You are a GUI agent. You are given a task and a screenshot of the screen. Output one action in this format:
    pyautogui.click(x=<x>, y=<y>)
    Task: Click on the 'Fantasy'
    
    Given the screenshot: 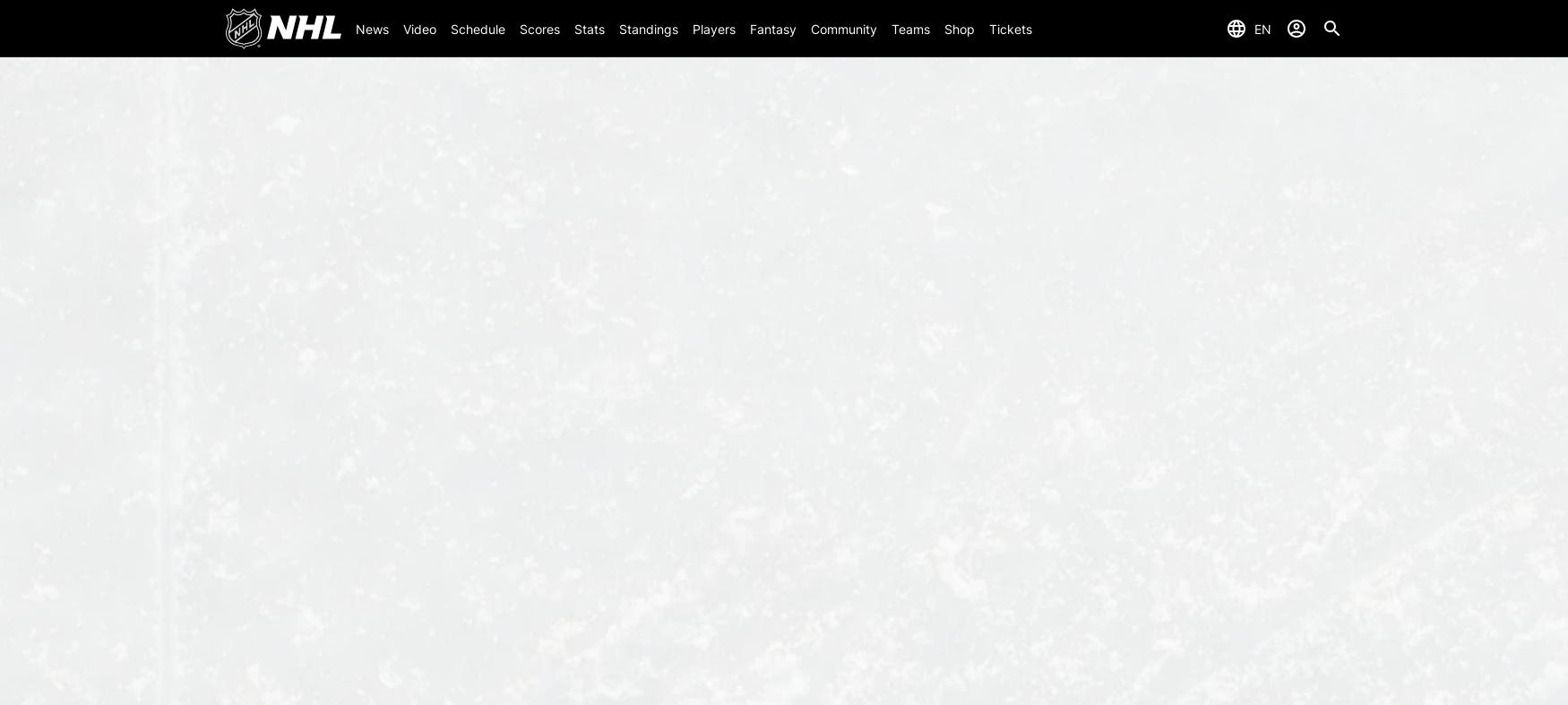 What is the action you would take?
    pyautogui.click(x=772, y=27)
    